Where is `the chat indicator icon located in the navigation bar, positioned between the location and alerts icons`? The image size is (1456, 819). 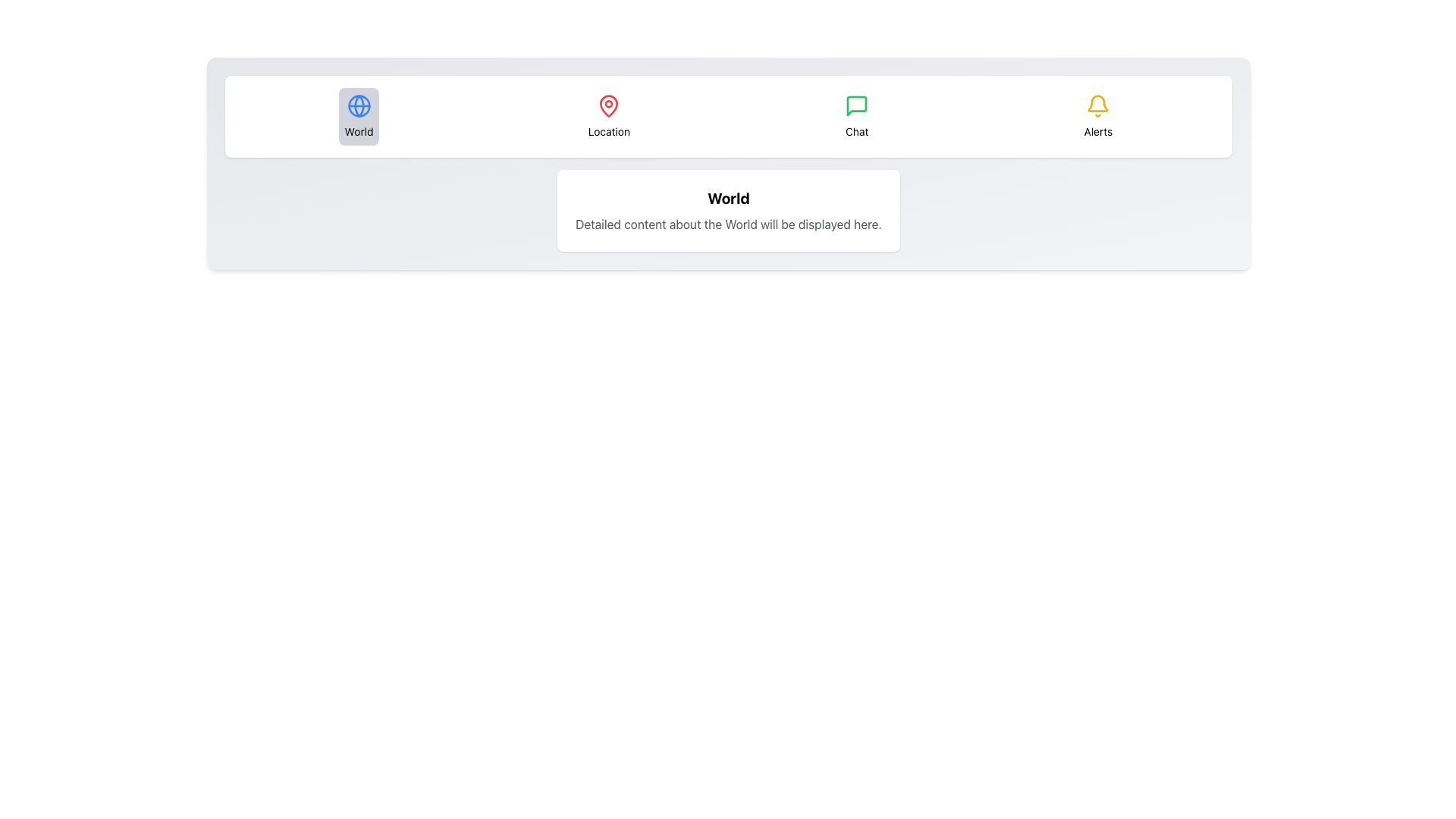
the chat indicator icon located in the navigation bar, positioned between the location and alerts icons is located at coordinates (857, 105).